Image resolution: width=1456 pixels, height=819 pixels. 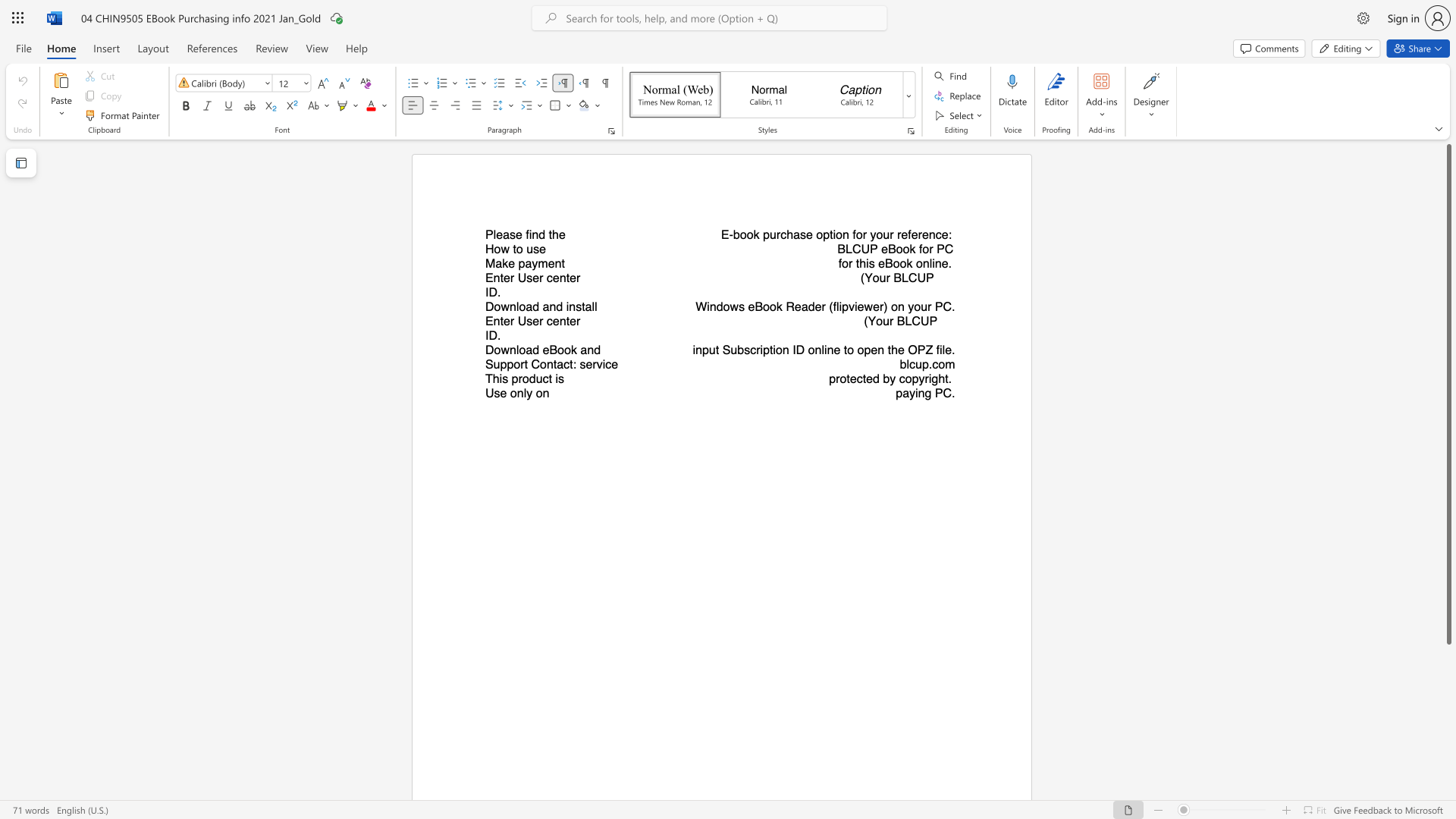 What do you see at coordinates (507, 364) in the screenshot?
I see `the subset text "port Contact: servi" within the text "Support Contact: service"` at bounding box center [507, 364].